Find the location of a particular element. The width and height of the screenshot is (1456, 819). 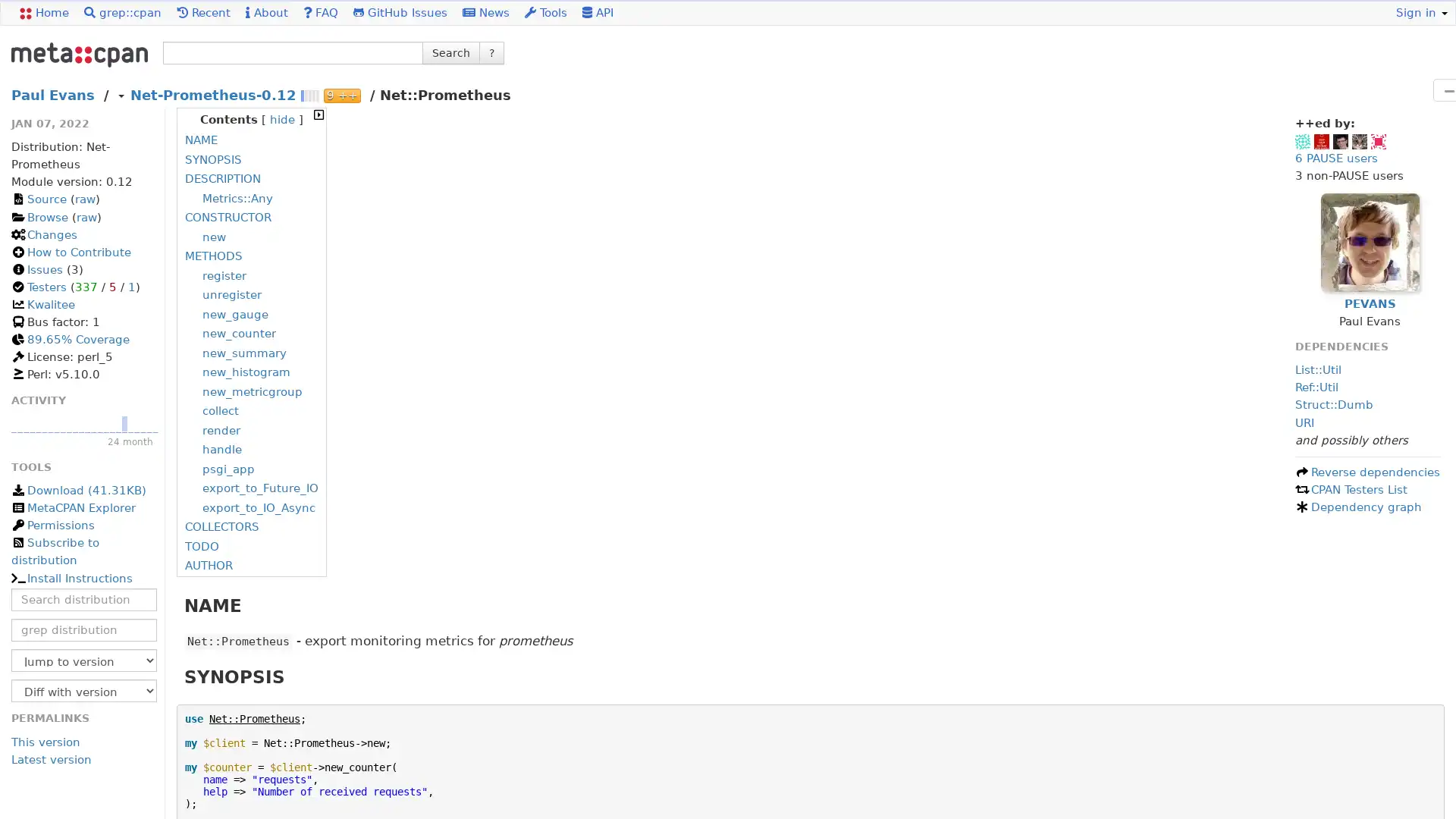

hide is located at coordinates (281, 119).